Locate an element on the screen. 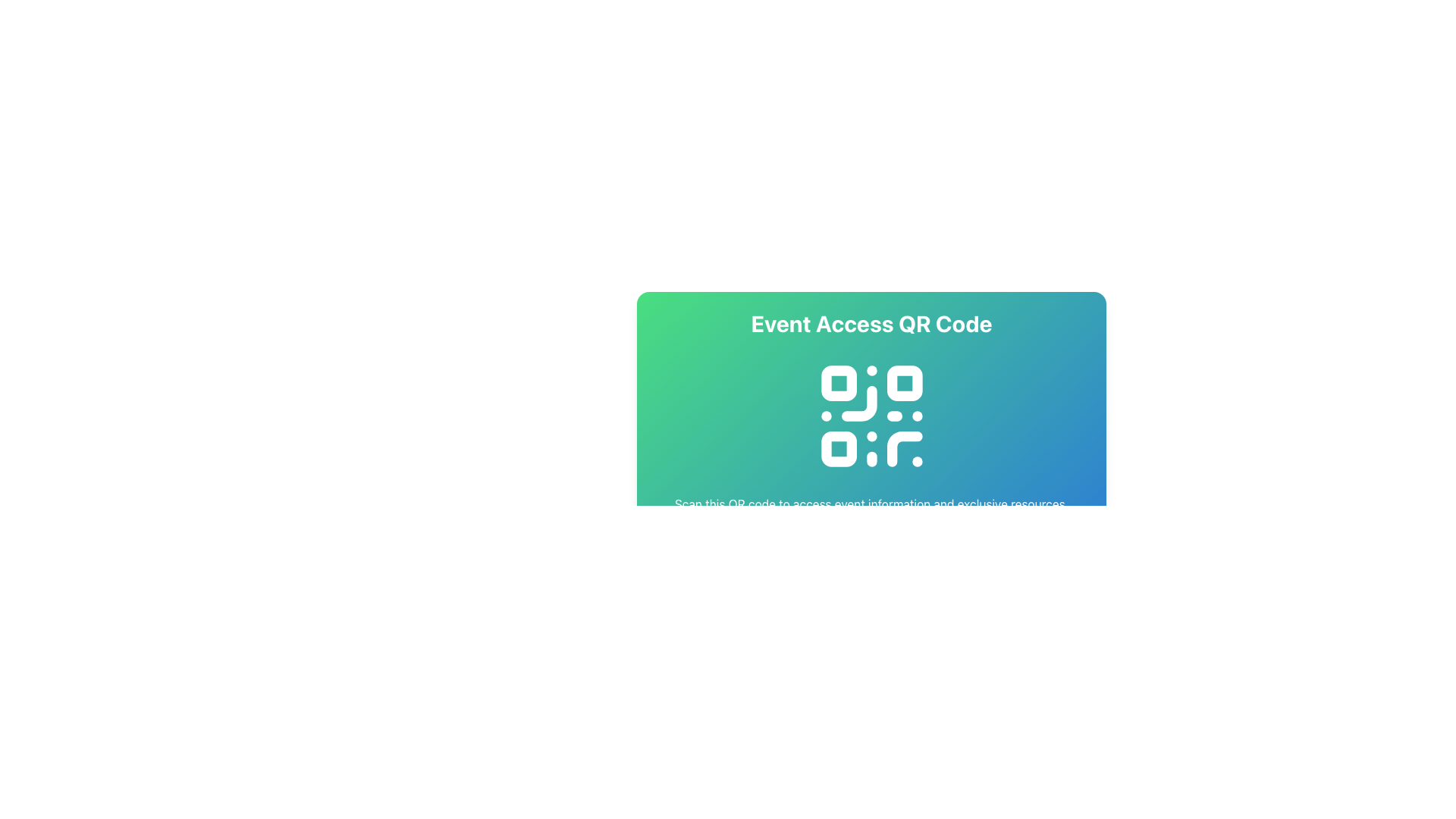 This screenshot has width=1456, height=819. the small square with rounded corners and teal fill located in the top-left corner inside the QR code structure is located at coordinates (838, 382).